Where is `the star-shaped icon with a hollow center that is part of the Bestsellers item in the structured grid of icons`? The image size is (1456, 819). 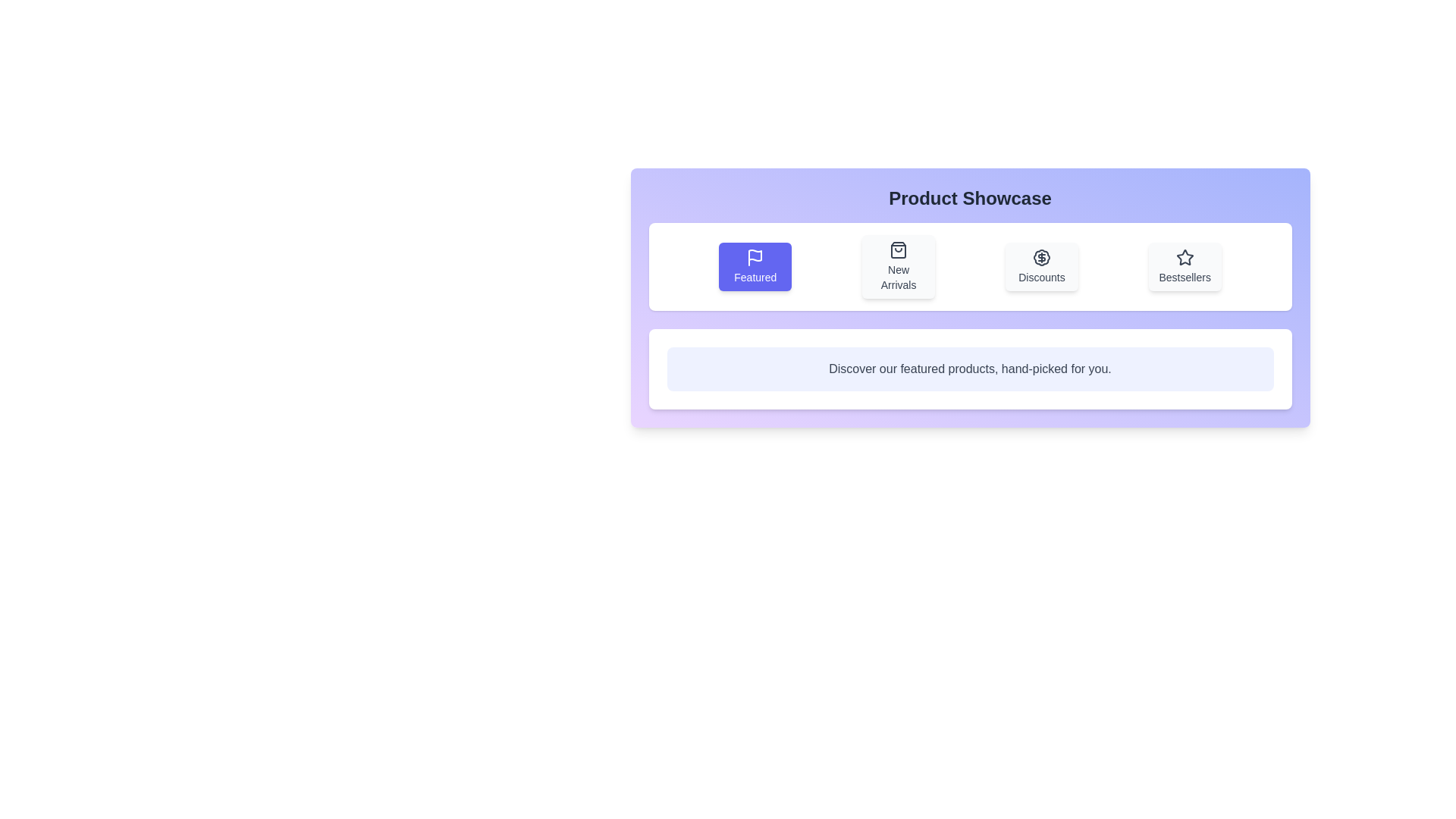 the star-shaped icon with a hollow center that is part of the Bestsellers item in the structured grid of icons is located at coordinates (1184, 256).